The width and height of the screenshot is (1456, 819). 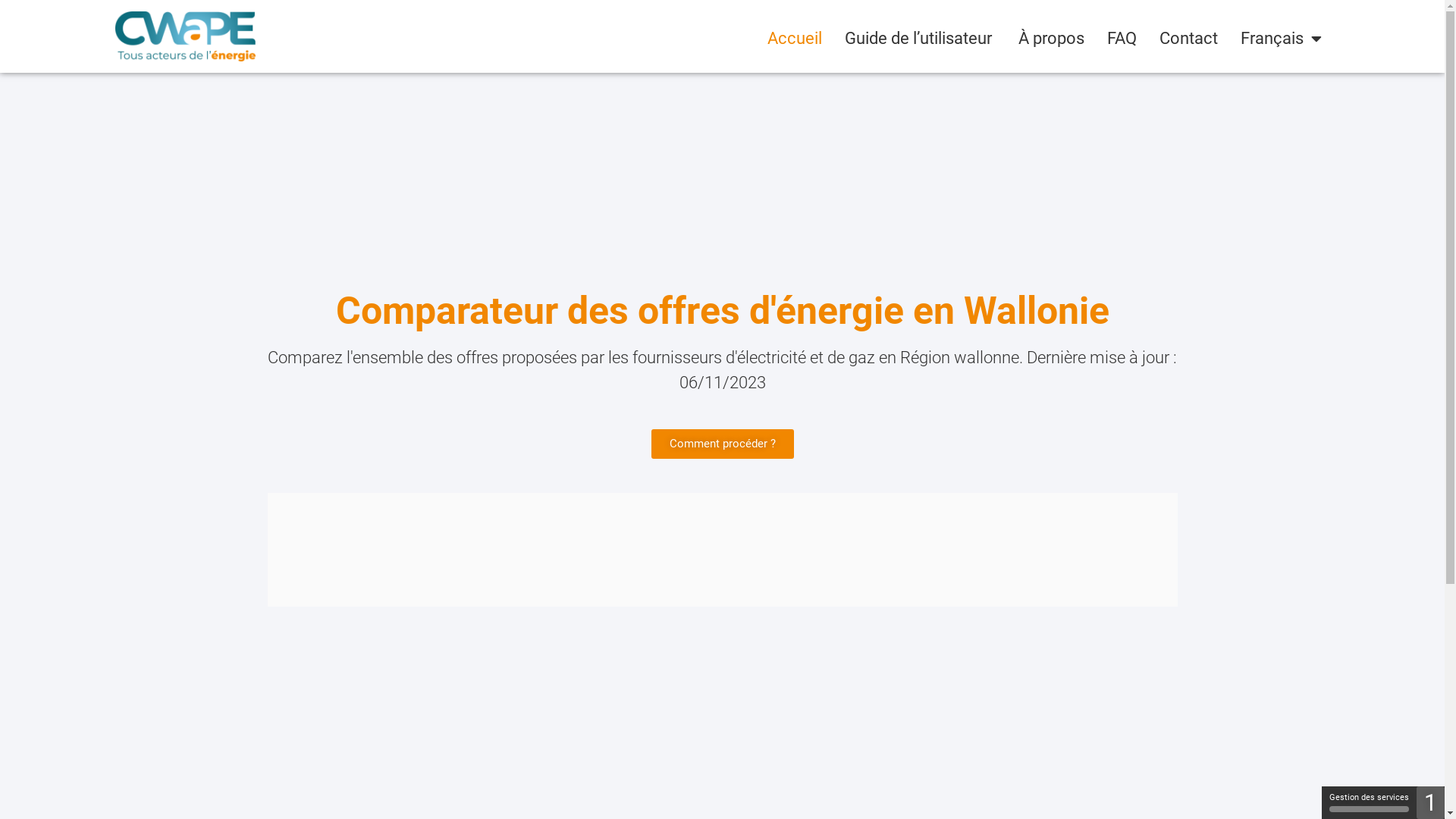 I want to click on 'Accueil', so click(x=793, y=37).